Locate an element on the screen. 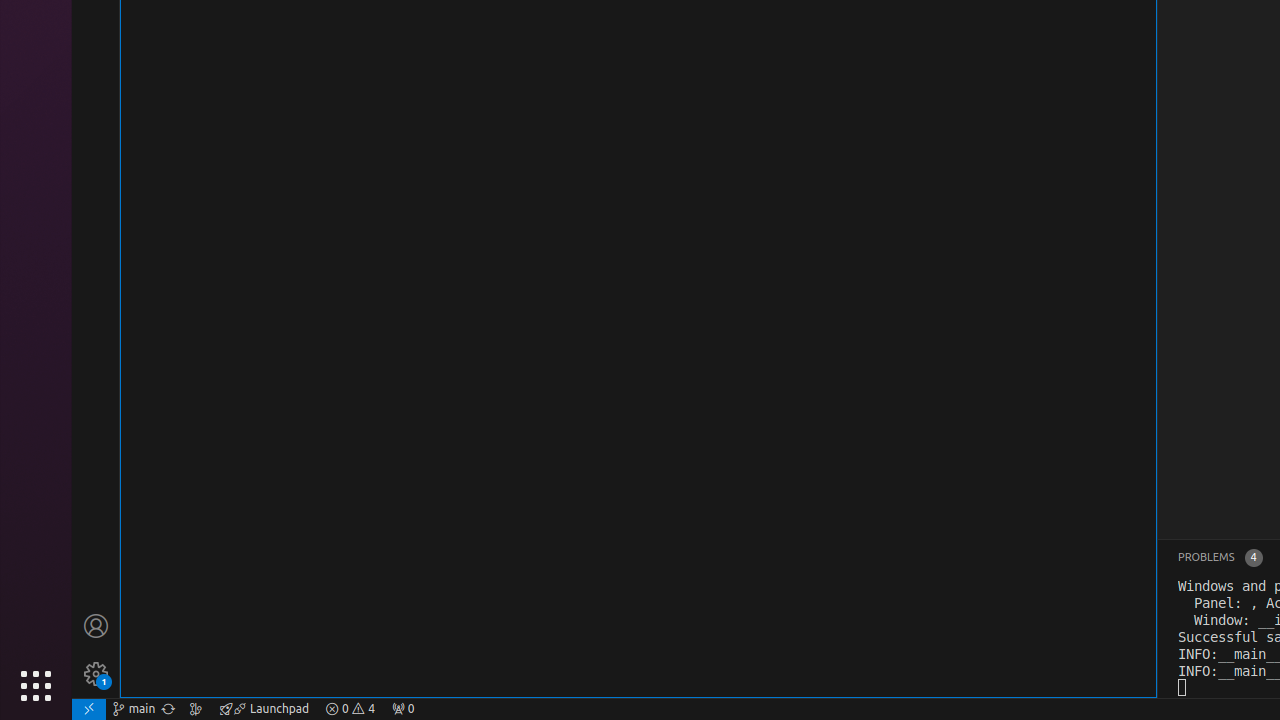 Image resolution: width=1280 pixels, height=720 pixels. 'No Ports Forwarded' is located at coordinates (401, 707).